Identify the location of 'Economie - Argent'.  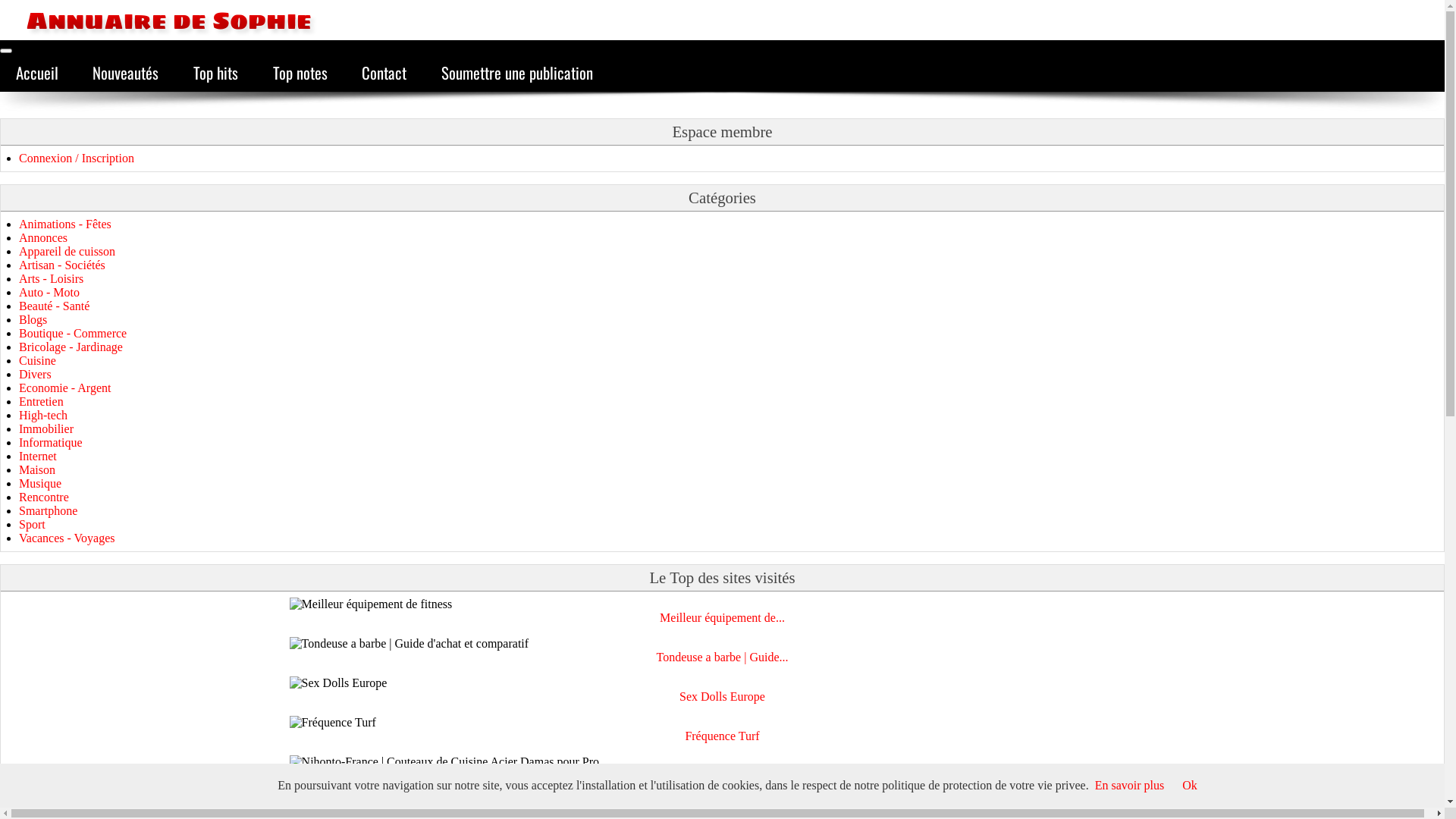
(64, 387).